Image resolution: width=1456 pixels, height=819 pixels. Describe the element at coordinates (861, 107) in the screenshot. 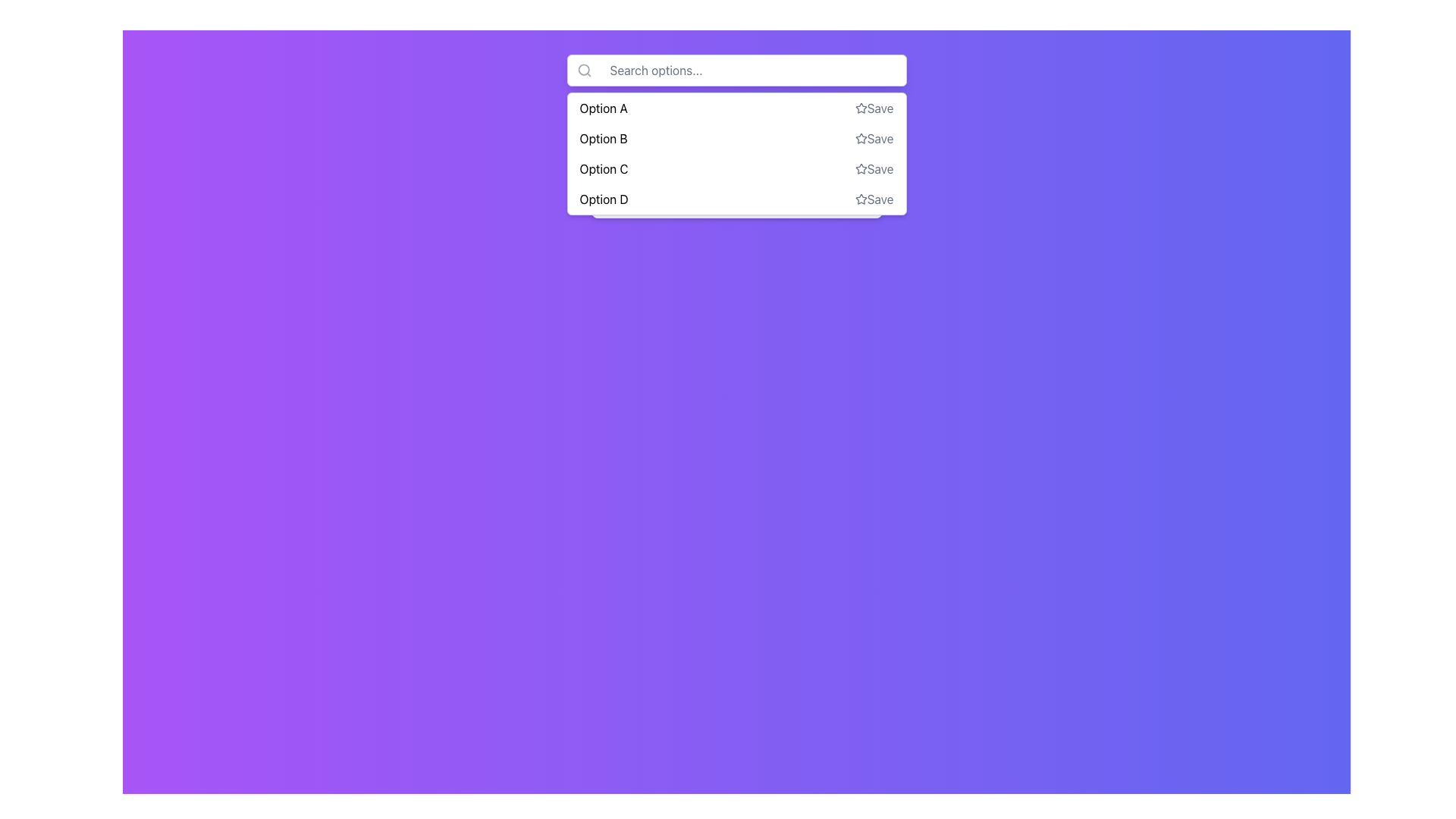

I see `the star icon that marks an item as saved or favorited, located to the right of the 'Option A' label and aligned with the 'Save' text` at that location.